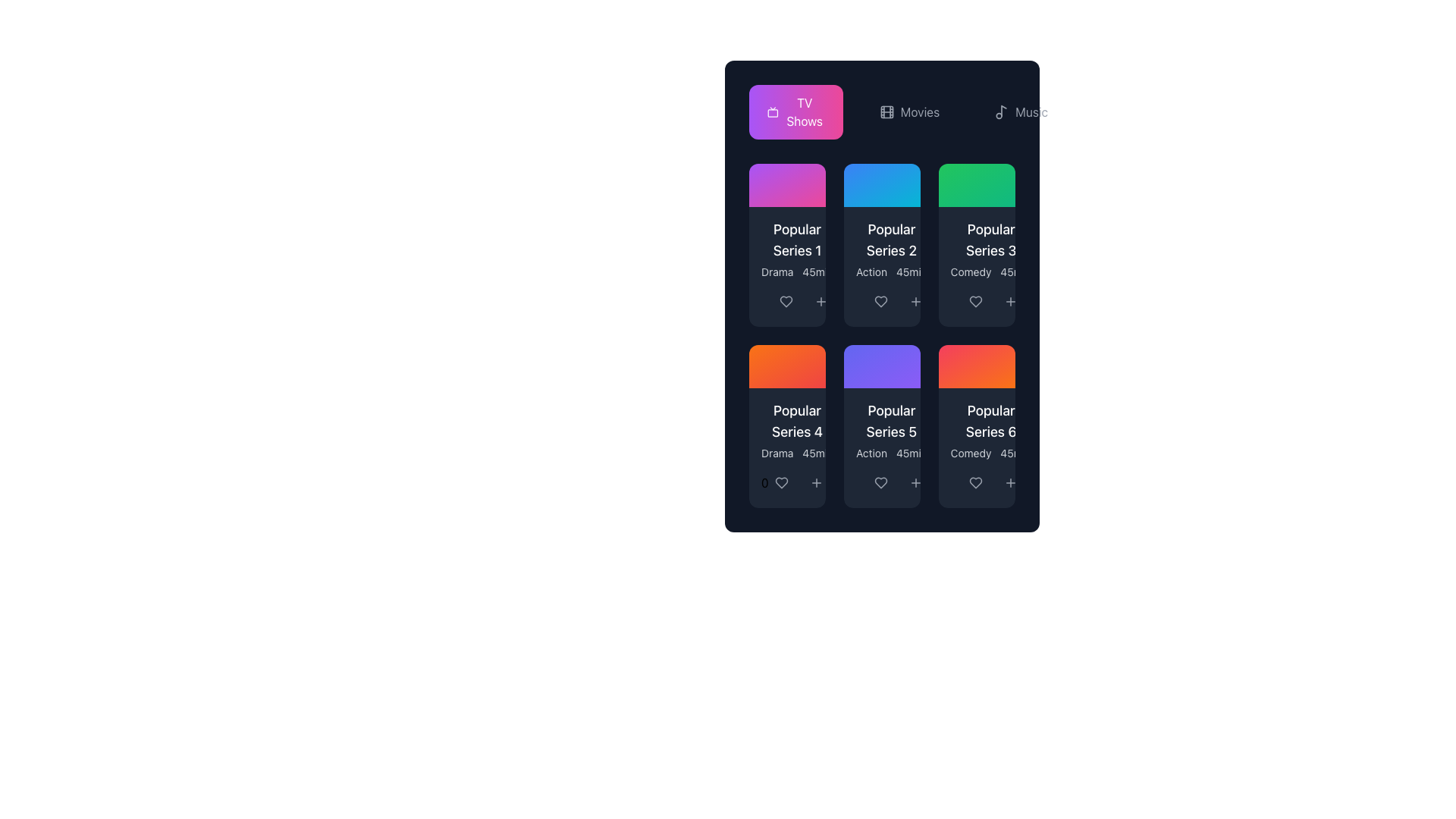 The width and height of the screenshot is (1456, 819). What do you see at coordinates (882, 184) in the screenshot?
I see `the playback button located centrally at the top of the 'Popular Series 2' card to initiate playback` at bounding box center [882, 184].